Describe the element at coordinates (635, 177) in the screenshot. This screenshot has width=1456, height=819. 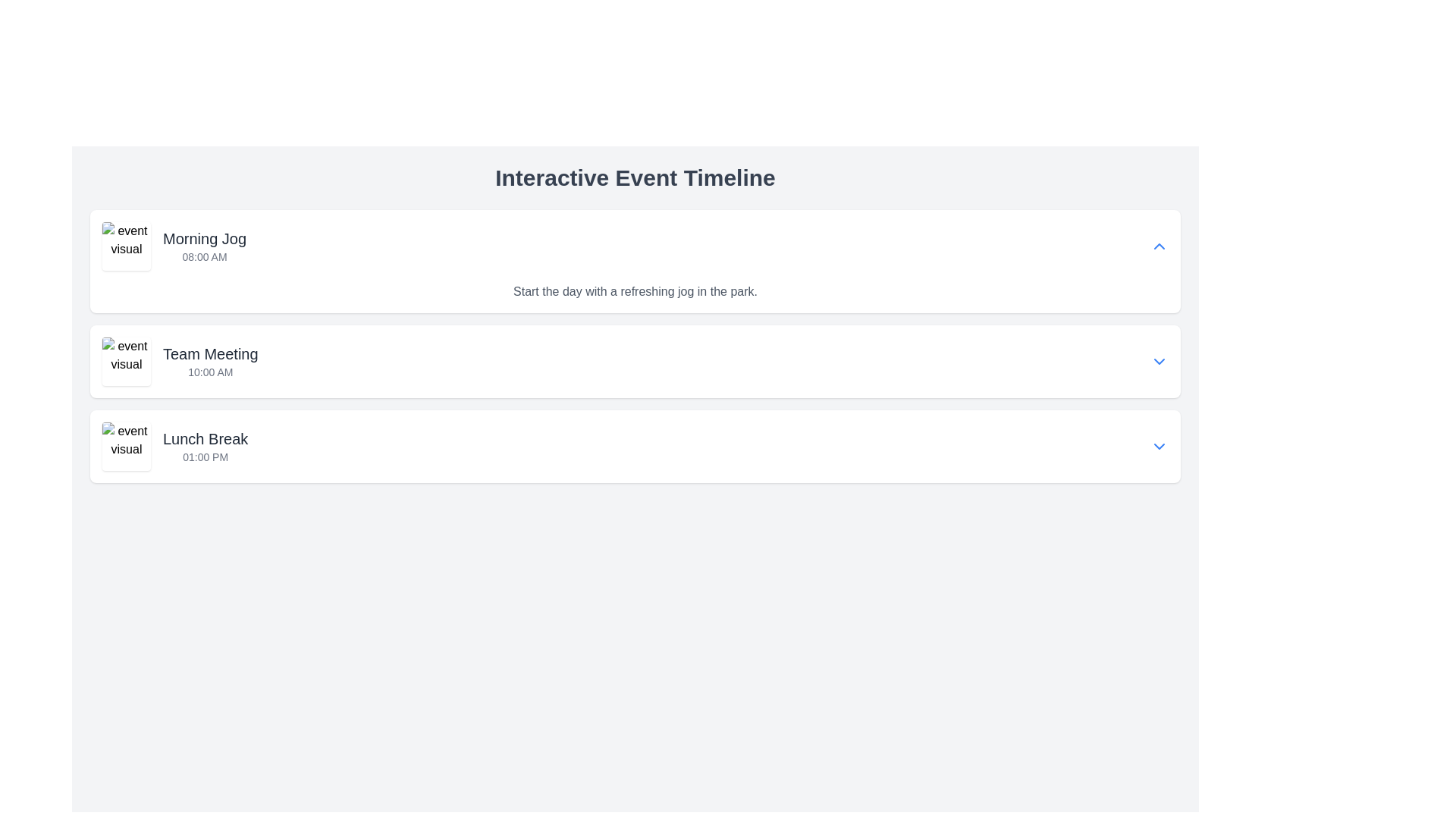
I see `the large header text 'Interactive Event Timeline' which is styled in bold gray font and is positioned at the top of the interface, above other content` at that location.